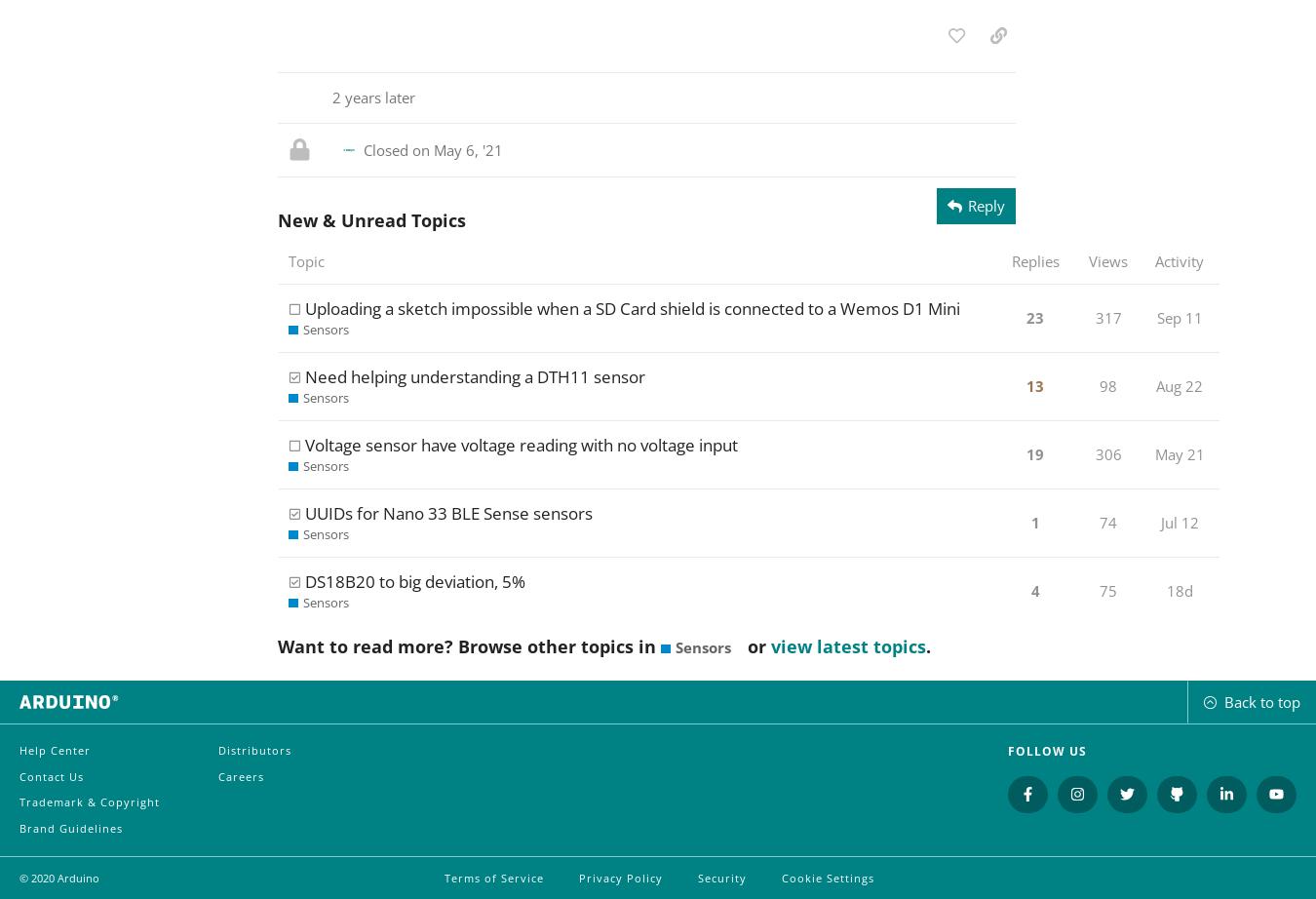  What do you see at coordinates (387, 148) in the screenshot?
I see `'Closed'` at bounding box center [387, 148].